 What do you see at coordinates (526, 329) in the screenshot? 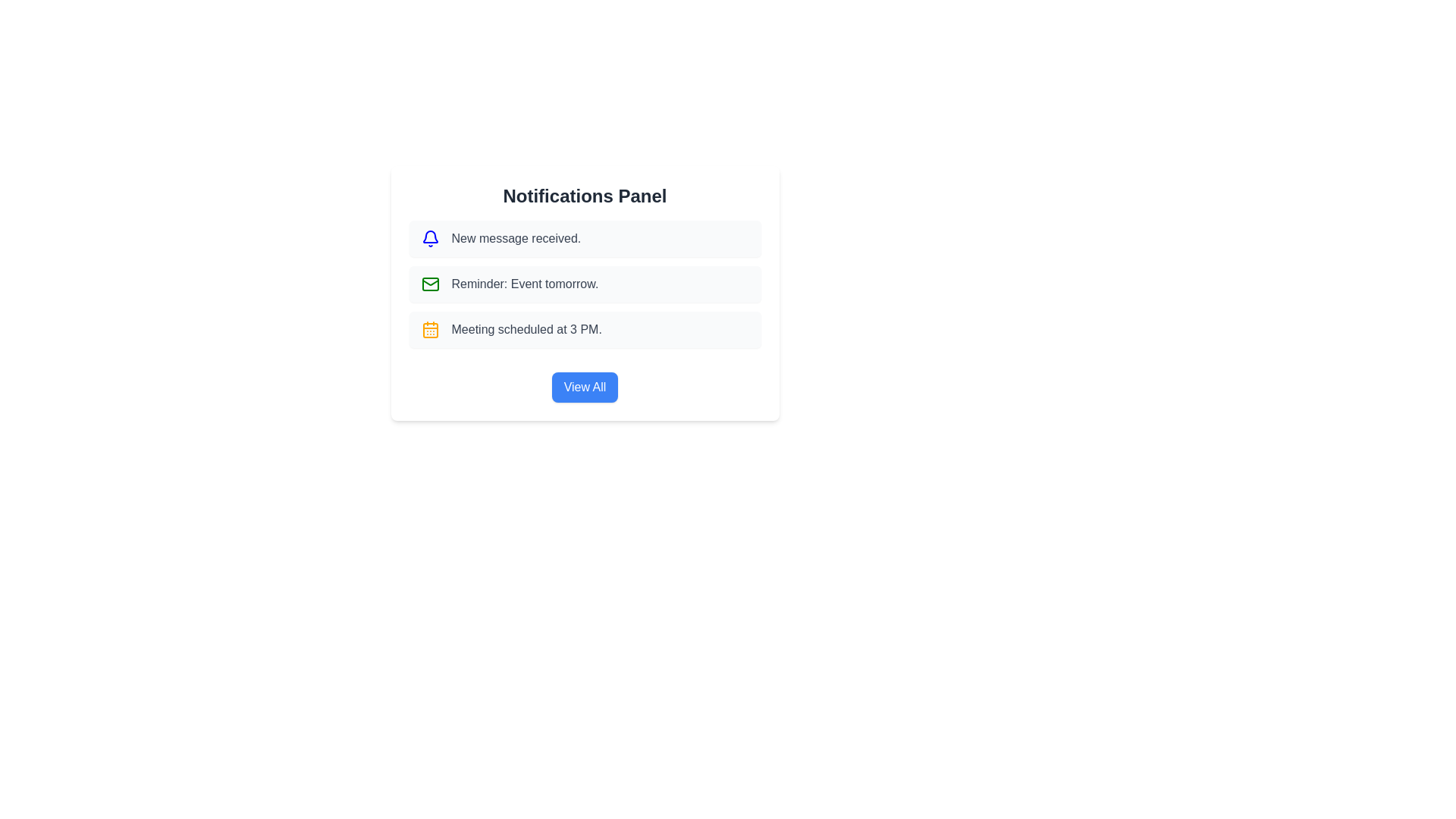
I see `the static text content of the third notification in the 'Notifications Panel' card providing details about an upcoming meeting` at bounding box center [526, 329].